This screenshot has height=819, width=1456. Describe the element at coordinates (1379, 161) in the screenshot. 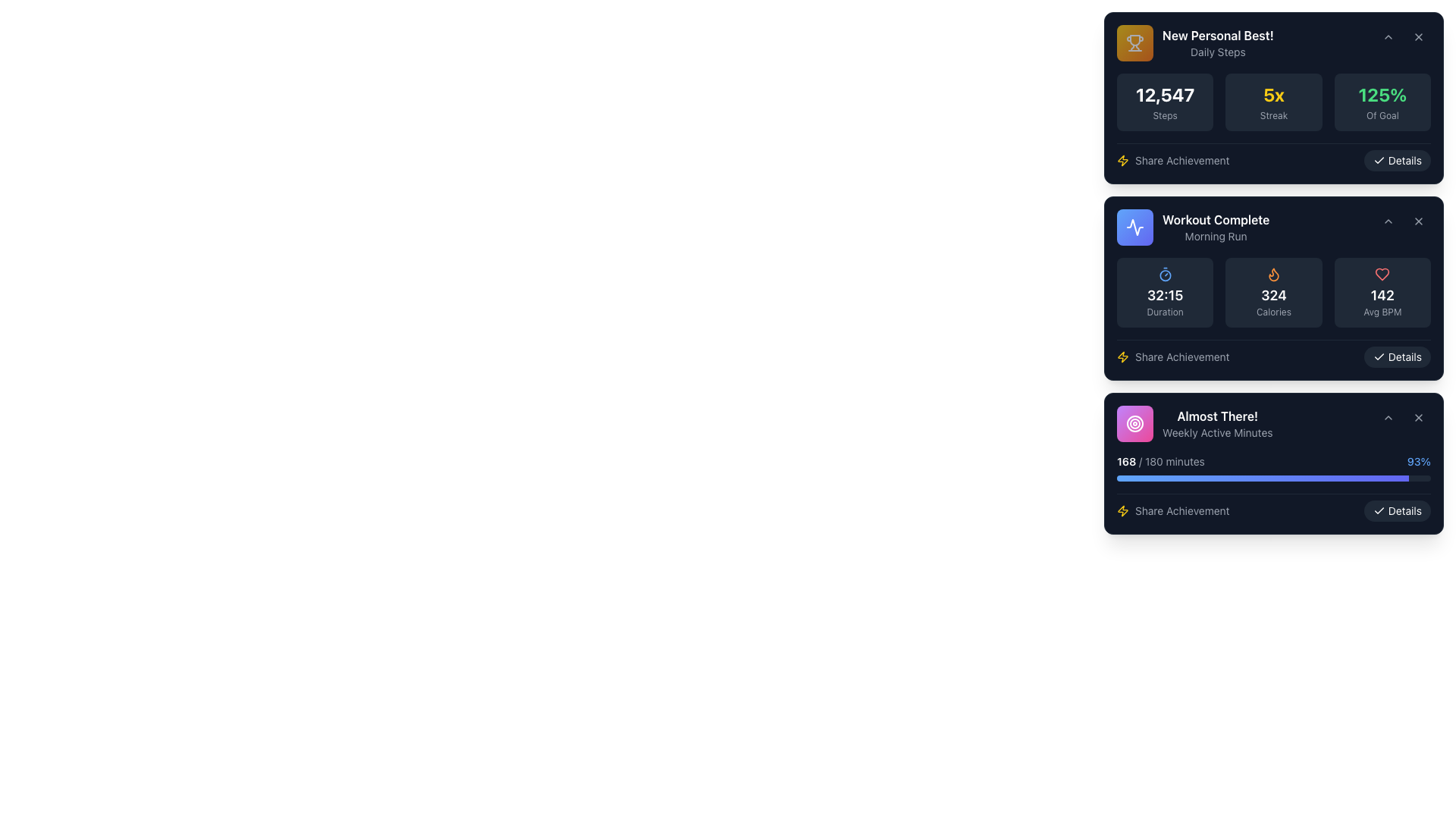

I see `the checkmark icon indicating the state of the 'Details' button, confirming that the section is active or highlighted` at that location.